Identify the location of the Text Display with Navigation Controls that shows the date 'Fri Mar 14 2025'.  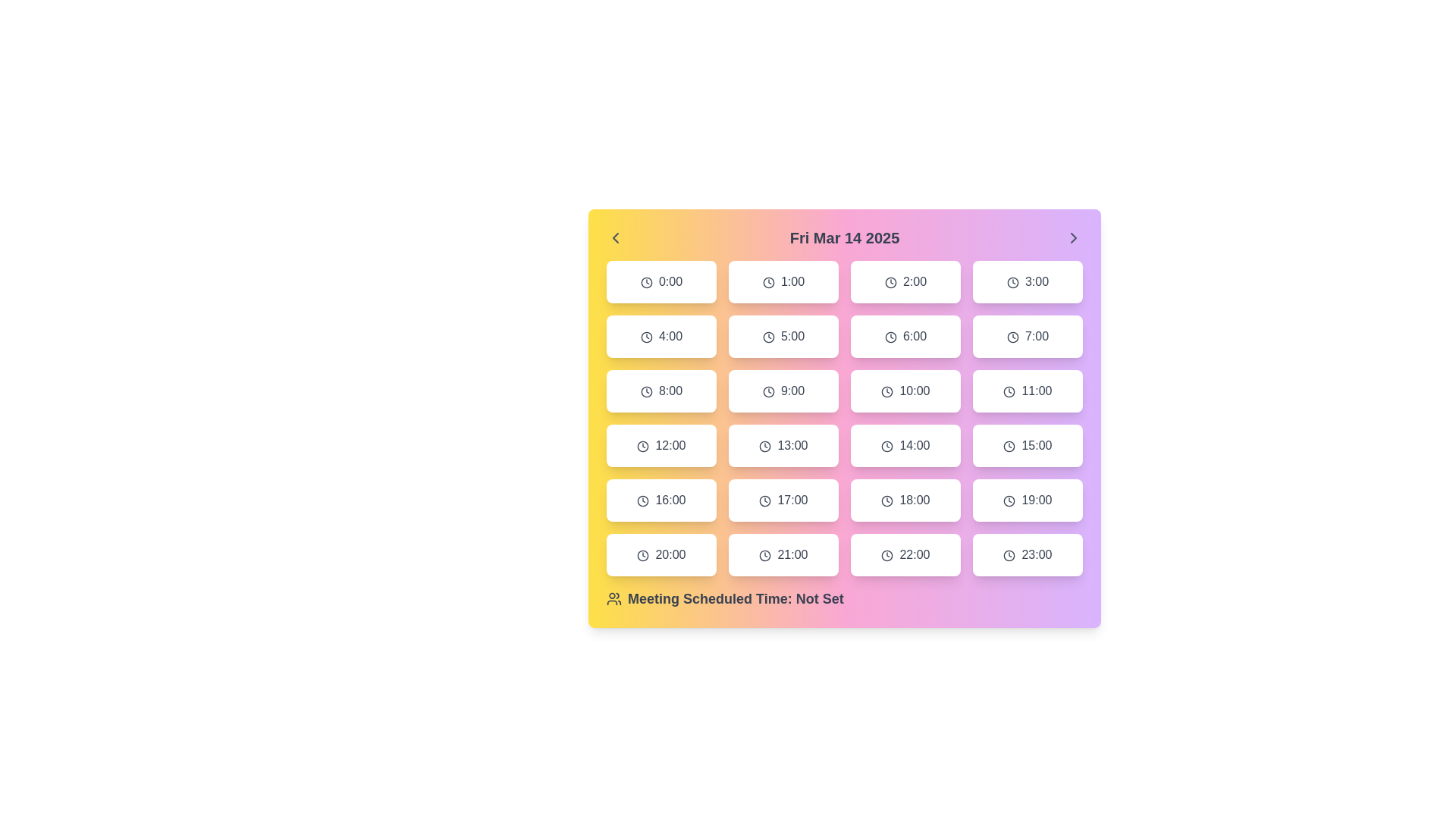
(843, 237).